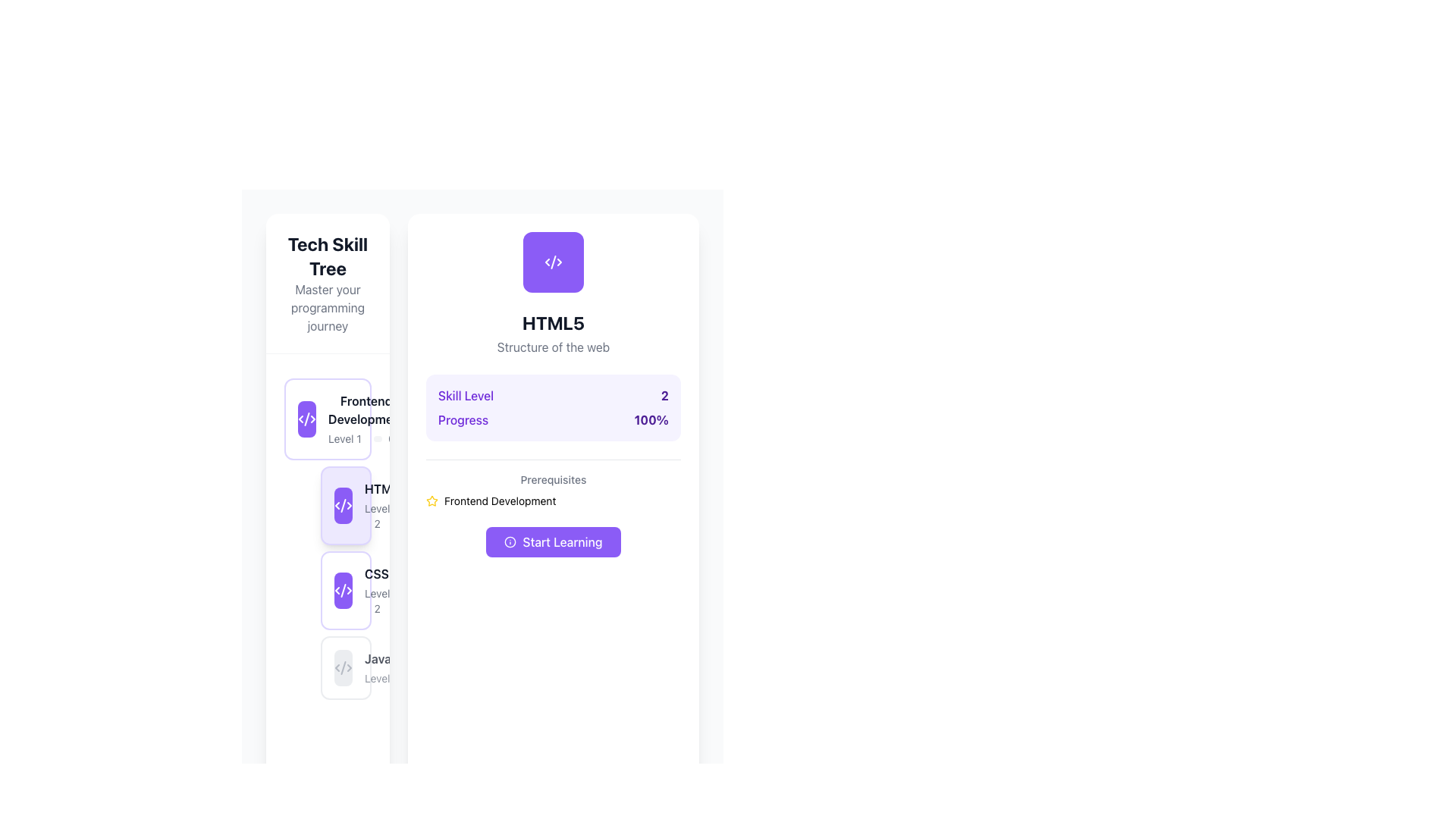 The height and width of the screenshot is (819, 1456). What do you see at coordinates (366, 419) in the screenshot?
I see `the composite UI component displaying the skill level and progress for 'Frontend Development'` at bounding box center [366, 419].